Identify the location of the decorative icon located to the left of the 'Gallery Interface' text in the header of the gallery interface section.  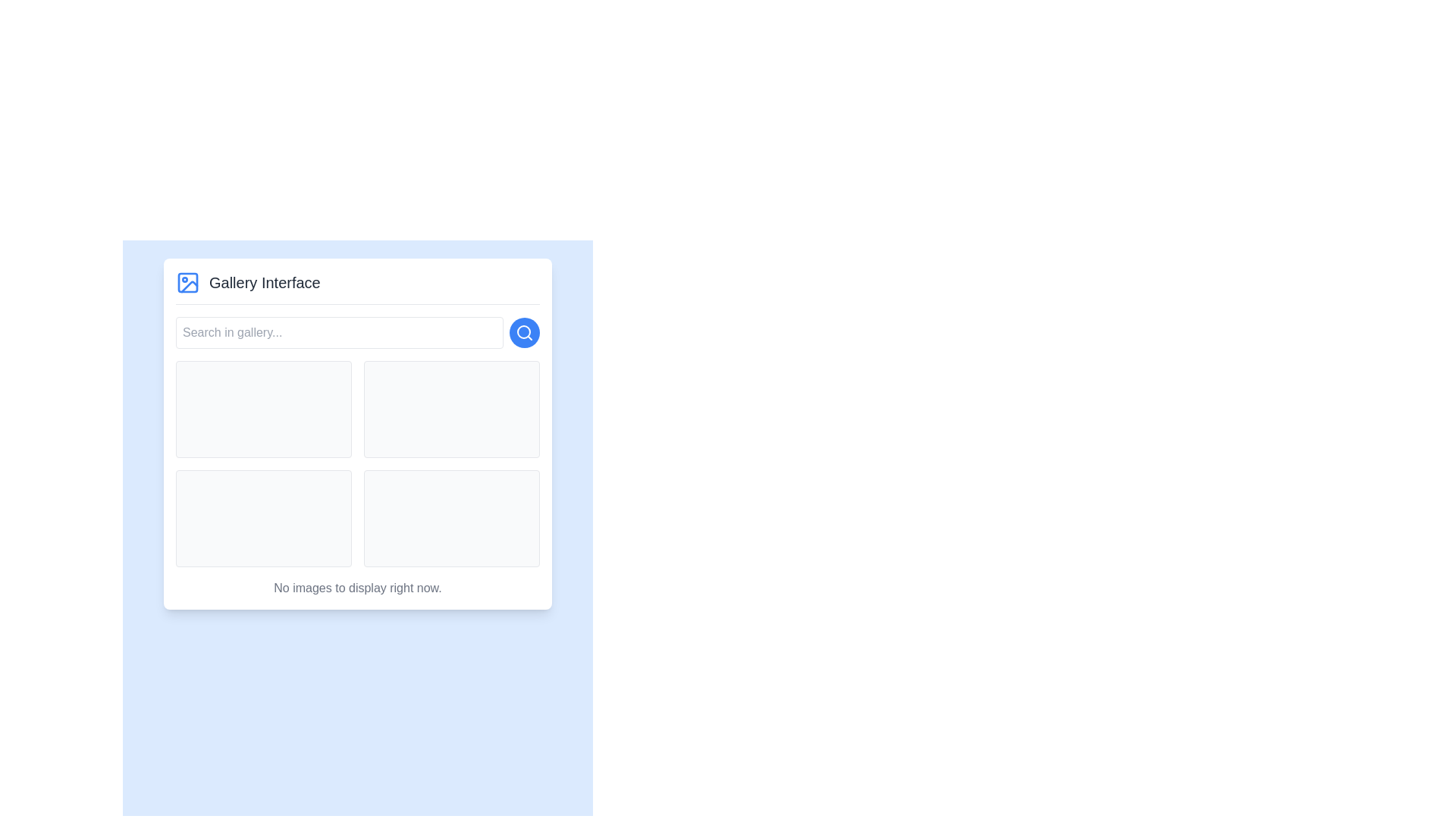
(187, 283).